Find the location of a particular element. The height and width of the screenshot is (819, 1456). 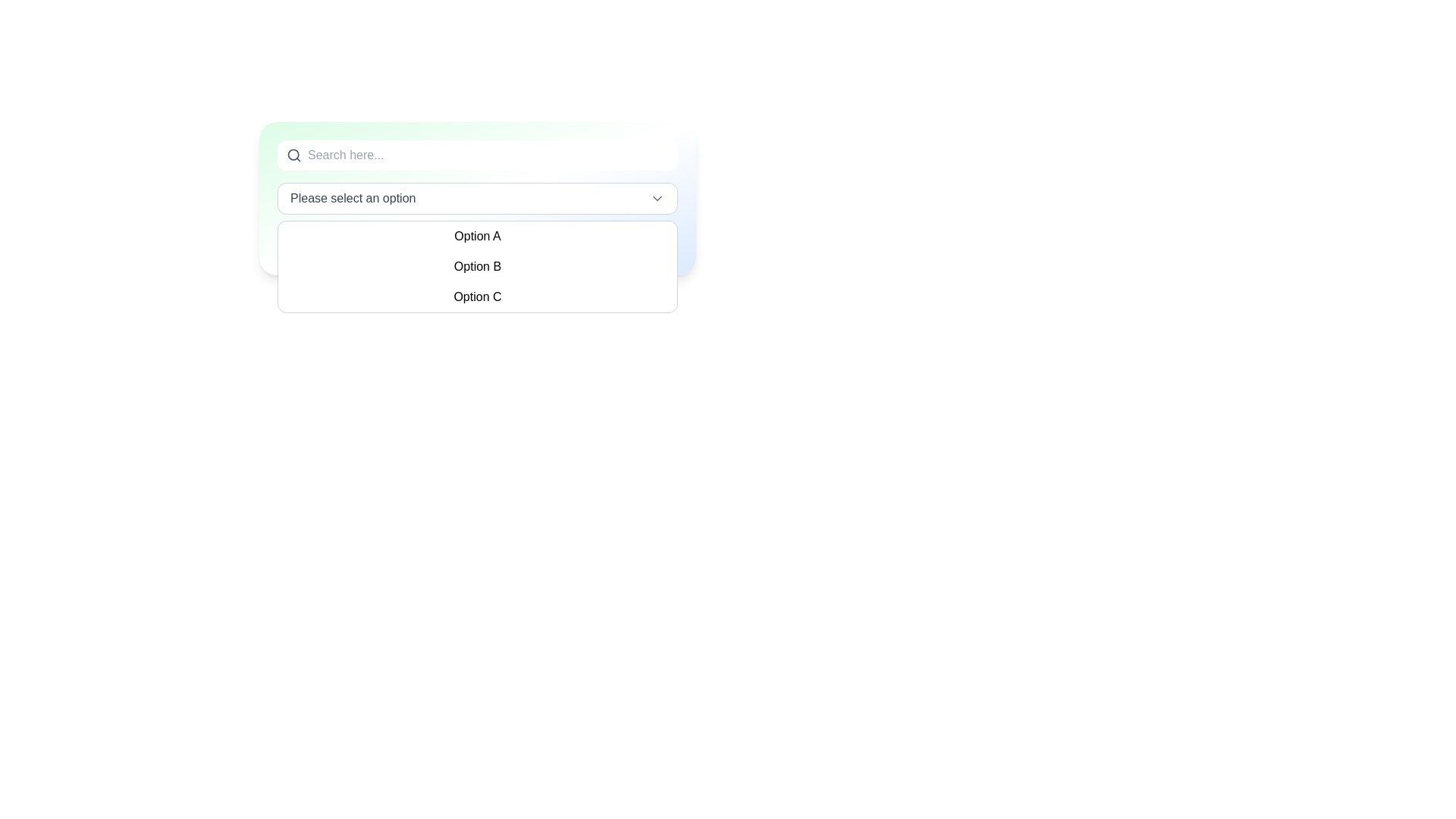

the selectable text option labeled 'Option B' is located at coordinates (476, 265).